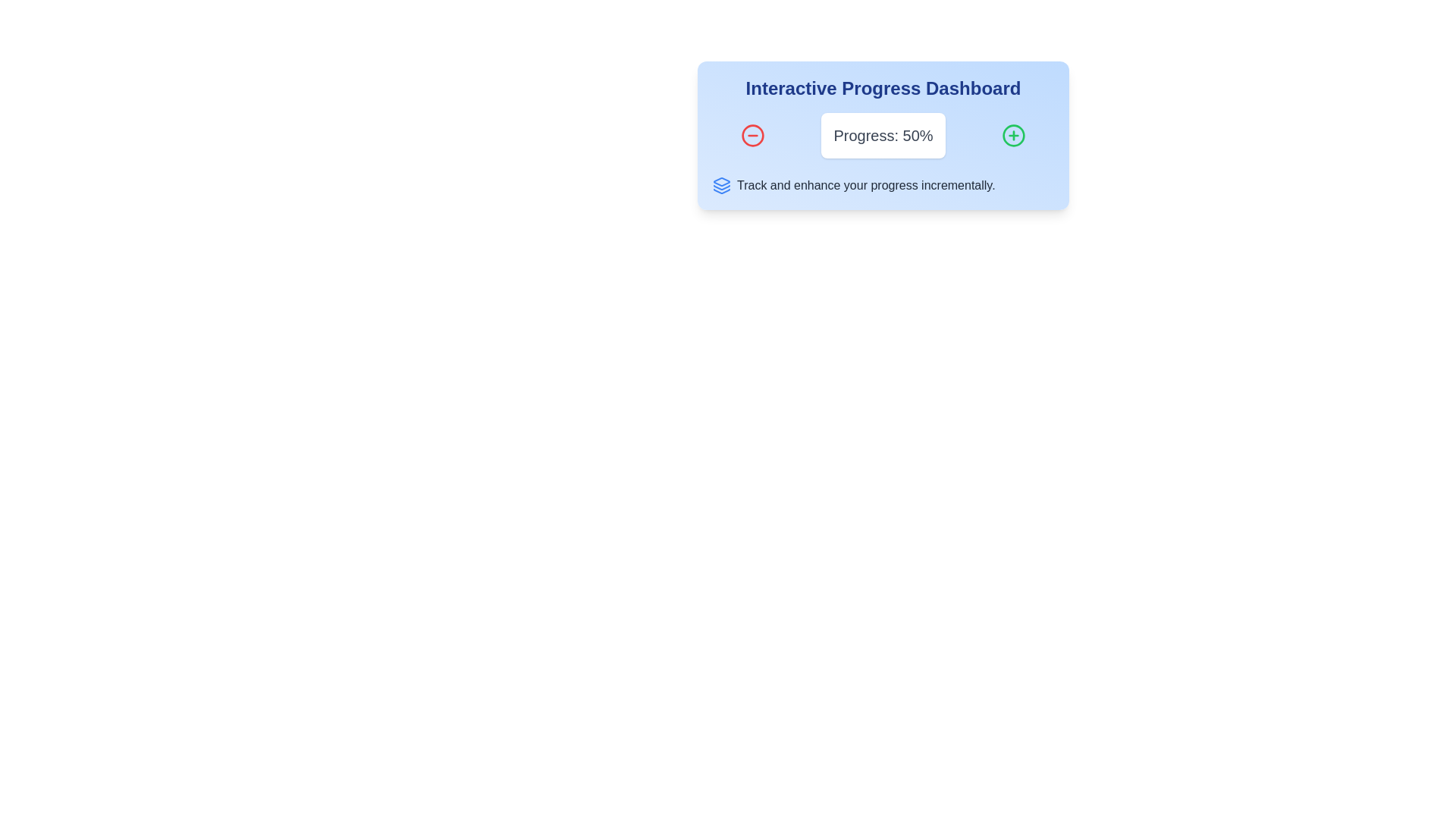 The width and height of the screenshot is (1456, 819). Describe the element at coordinates (720, 185) in the screenshot. I see `the blue layered sheets icon located to the left of the text 'Track and enhance your progress incrementally'` at that location.